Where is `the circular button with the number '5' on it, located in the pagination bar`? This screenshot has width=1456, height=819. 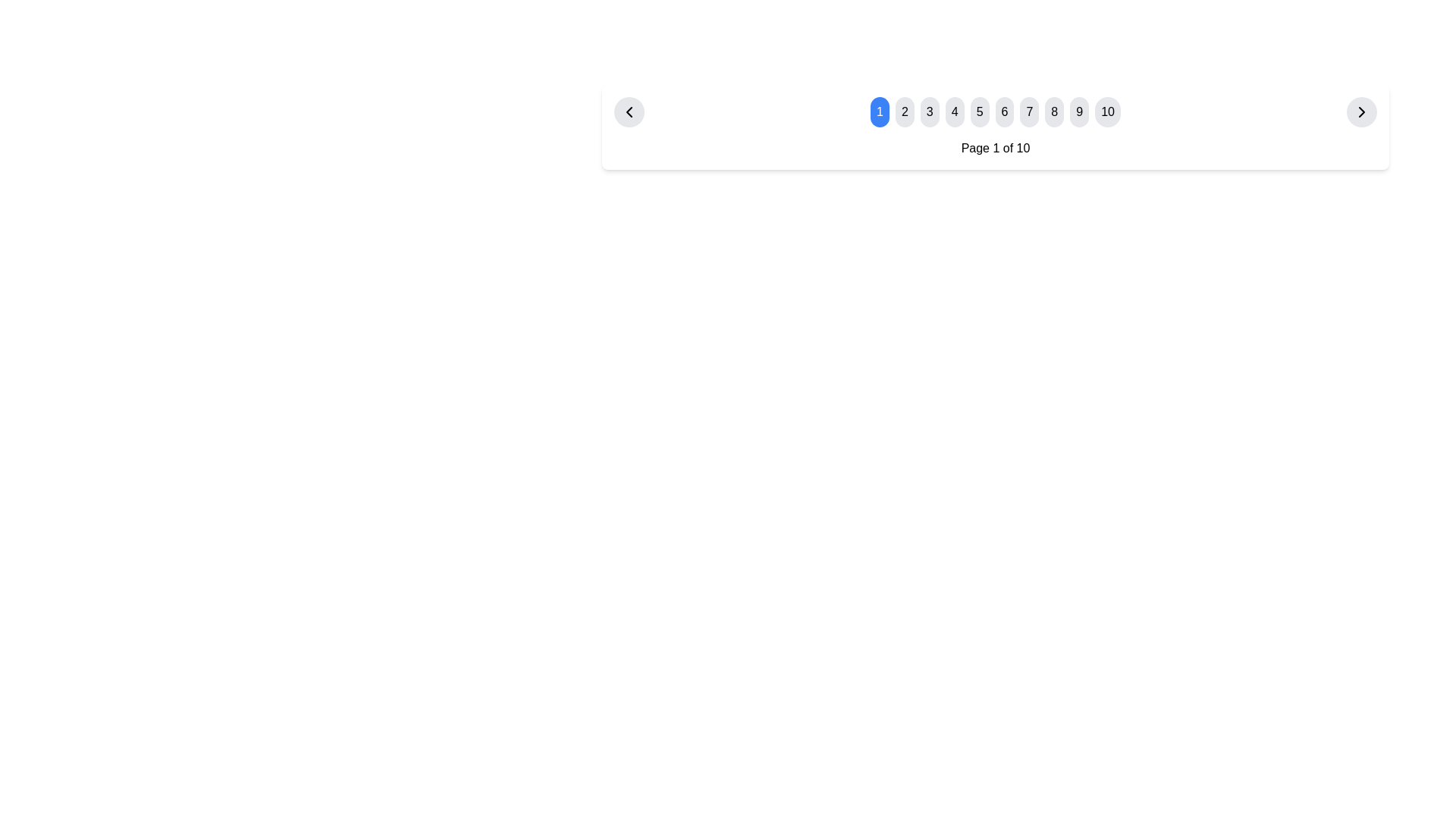
the circular button with the number '5' on it, located in the pagination bar is located at coordinates (980, 111).